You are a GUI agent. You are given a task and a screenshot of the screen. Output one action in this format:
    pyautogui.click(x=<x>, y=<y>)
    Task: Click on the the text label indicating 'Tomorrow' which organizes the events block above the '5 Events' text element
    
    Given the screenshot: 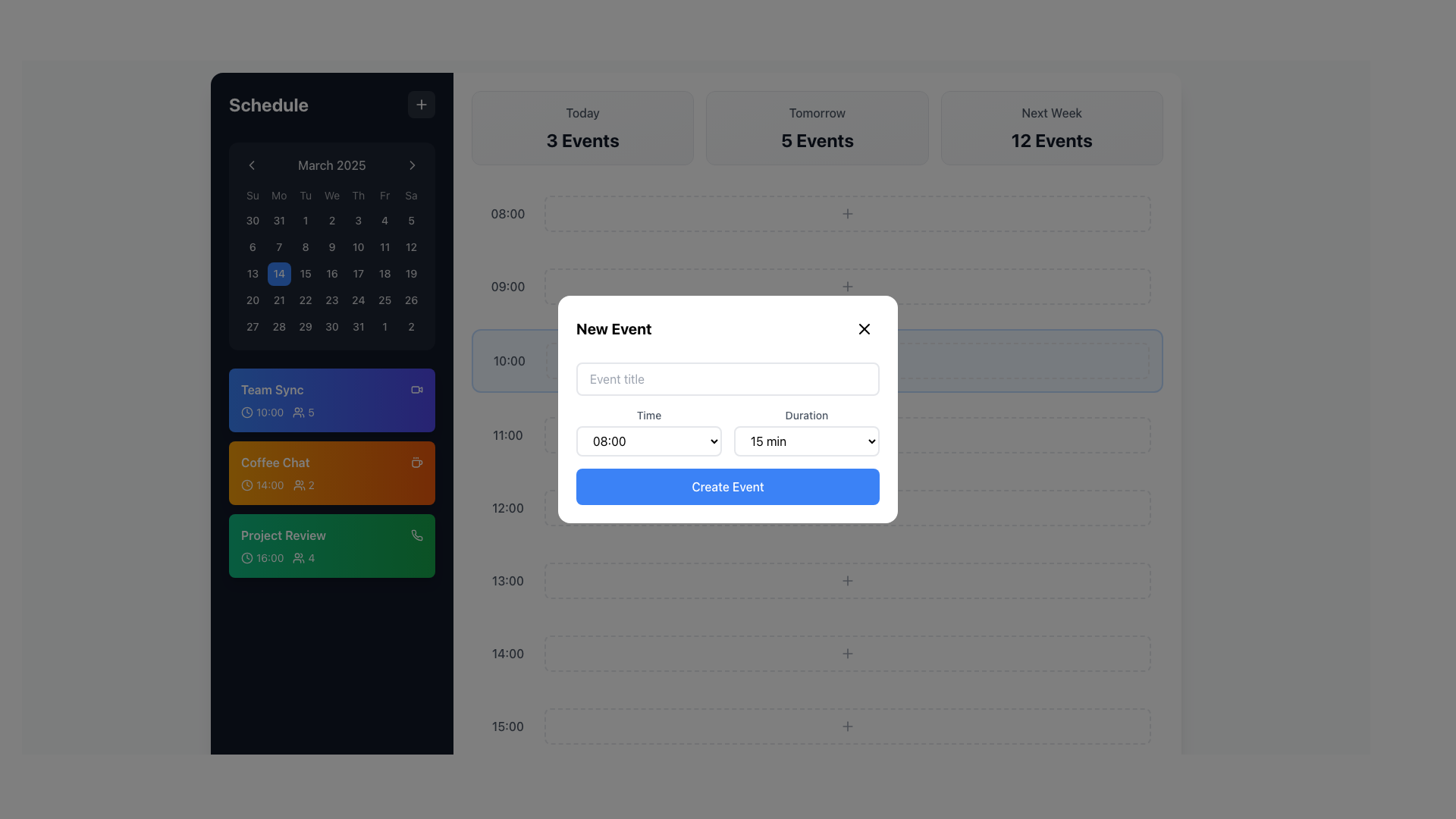 What is the action you would take?
    pyautogui.click(x=817, y=112)
    